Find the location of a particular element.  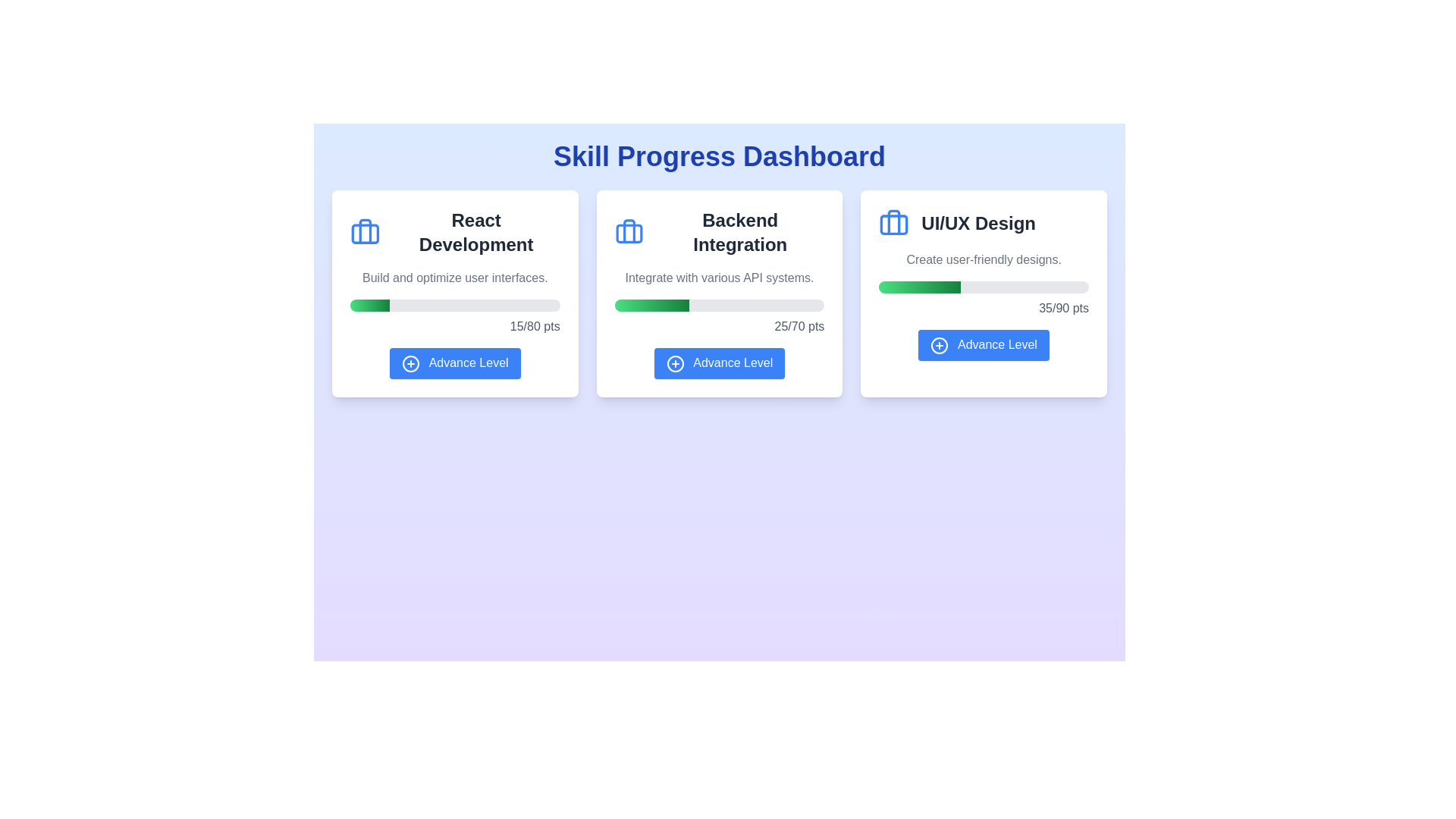

the gradient-filled progress bar located within the 'UI/UX Design' card, which is the rightmost card among three on the same row, positioned below its descriptive text and above the score indicator '35/90 pts' is located at coordinates (919, 287).